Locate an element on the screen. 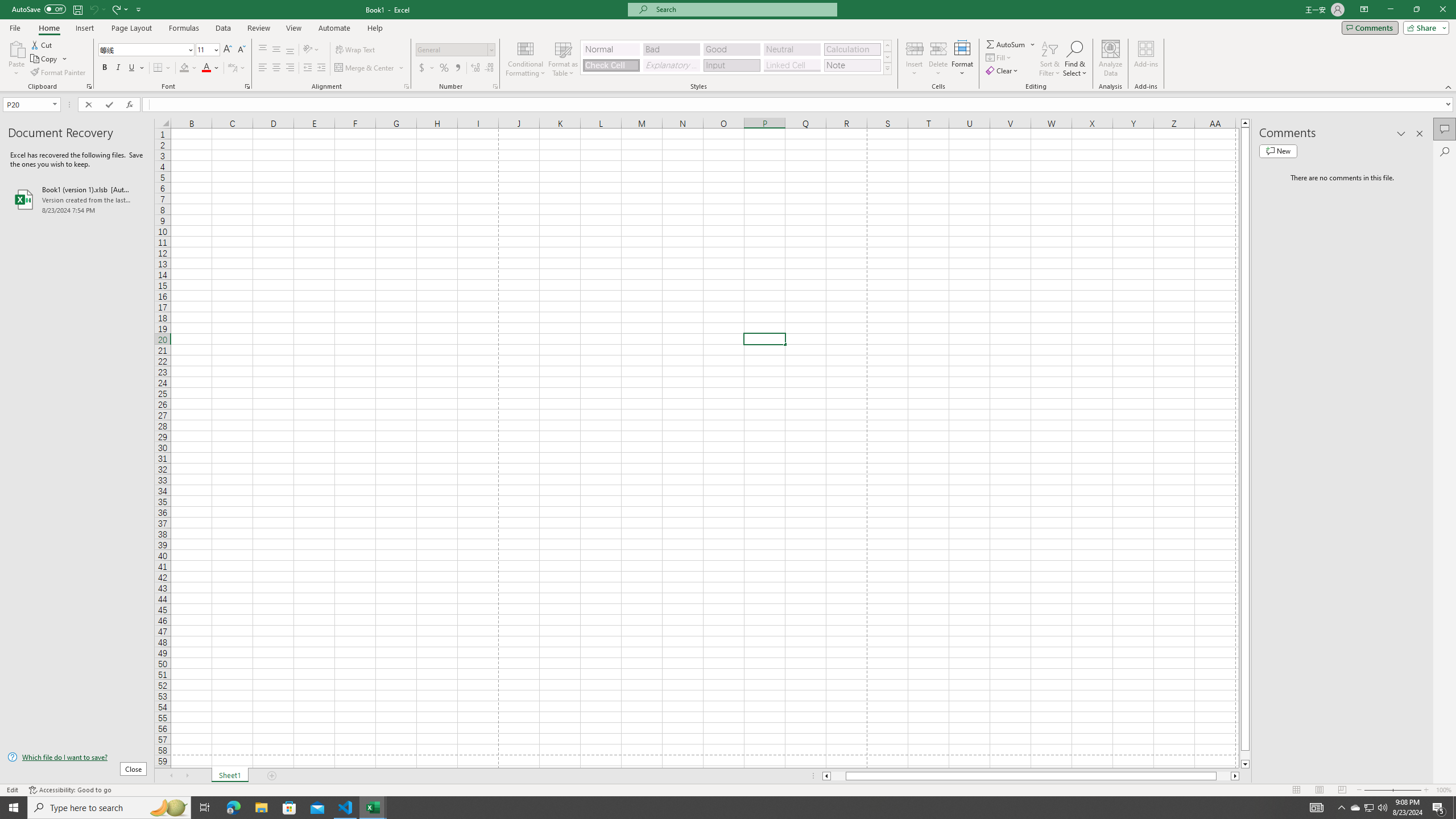 The image size is (1456, 819). 'Increase Indent' is located at coordinates (320, 67).